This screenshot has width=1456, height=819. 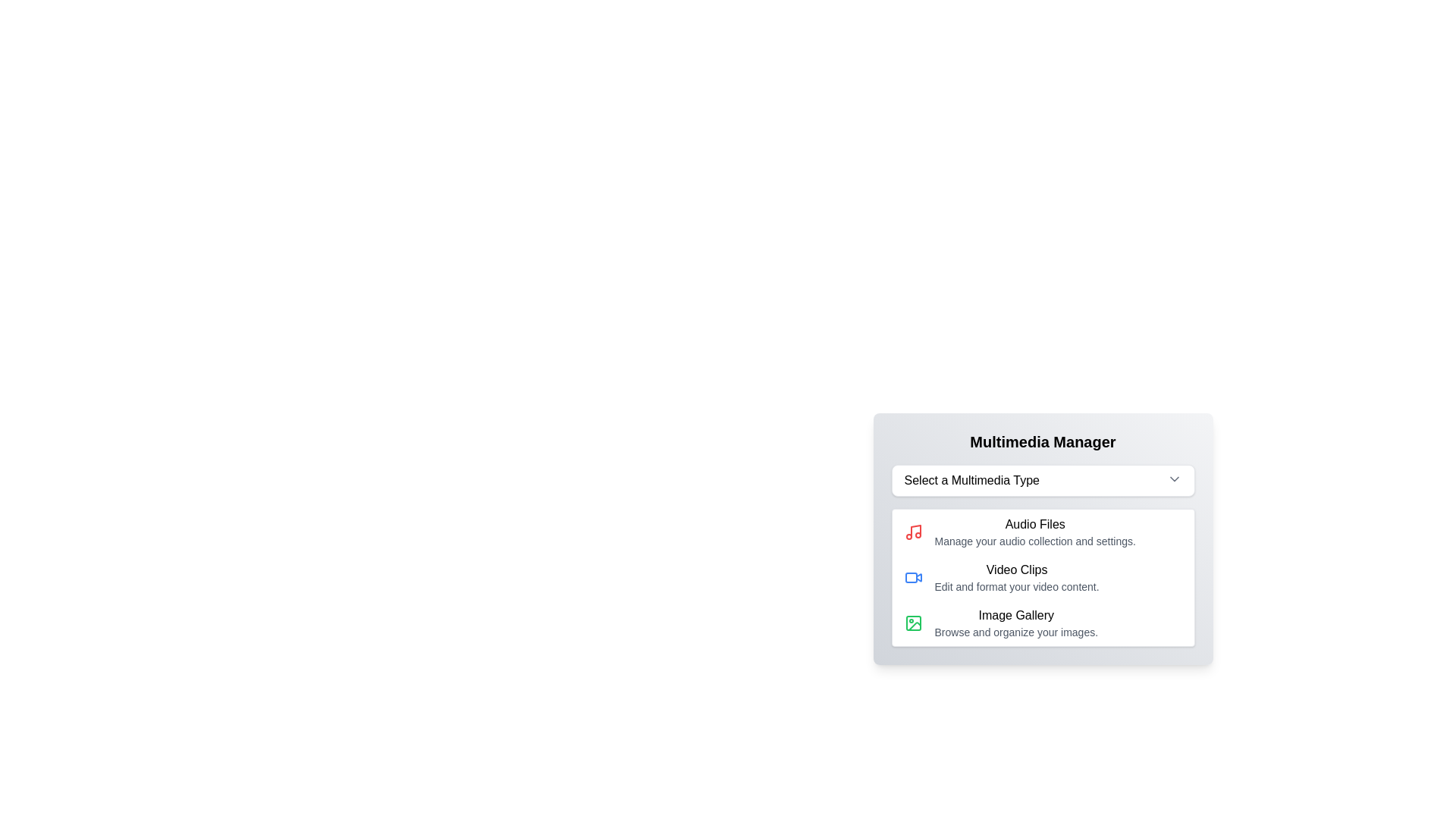 I want to click on the dropdown menu for multimedia type selection, which is centrally positioned below the title 'Multimedia Manager', so click(x=1042, y=480).